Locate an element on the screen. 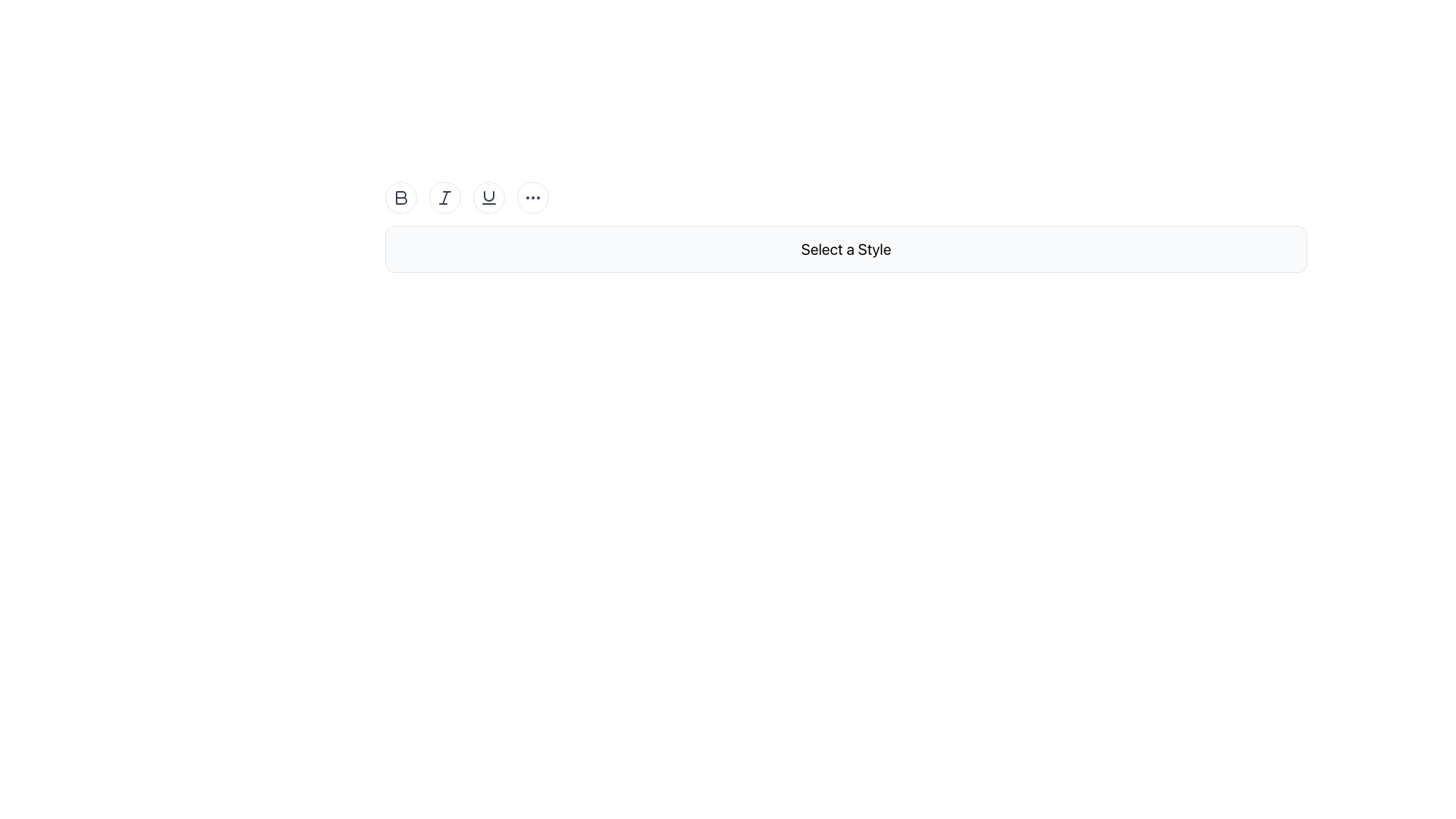 Image resolution: width=1456 pixels, height=819 pixels. the Button (Italic Icon) is located at coordinates (444, 197).